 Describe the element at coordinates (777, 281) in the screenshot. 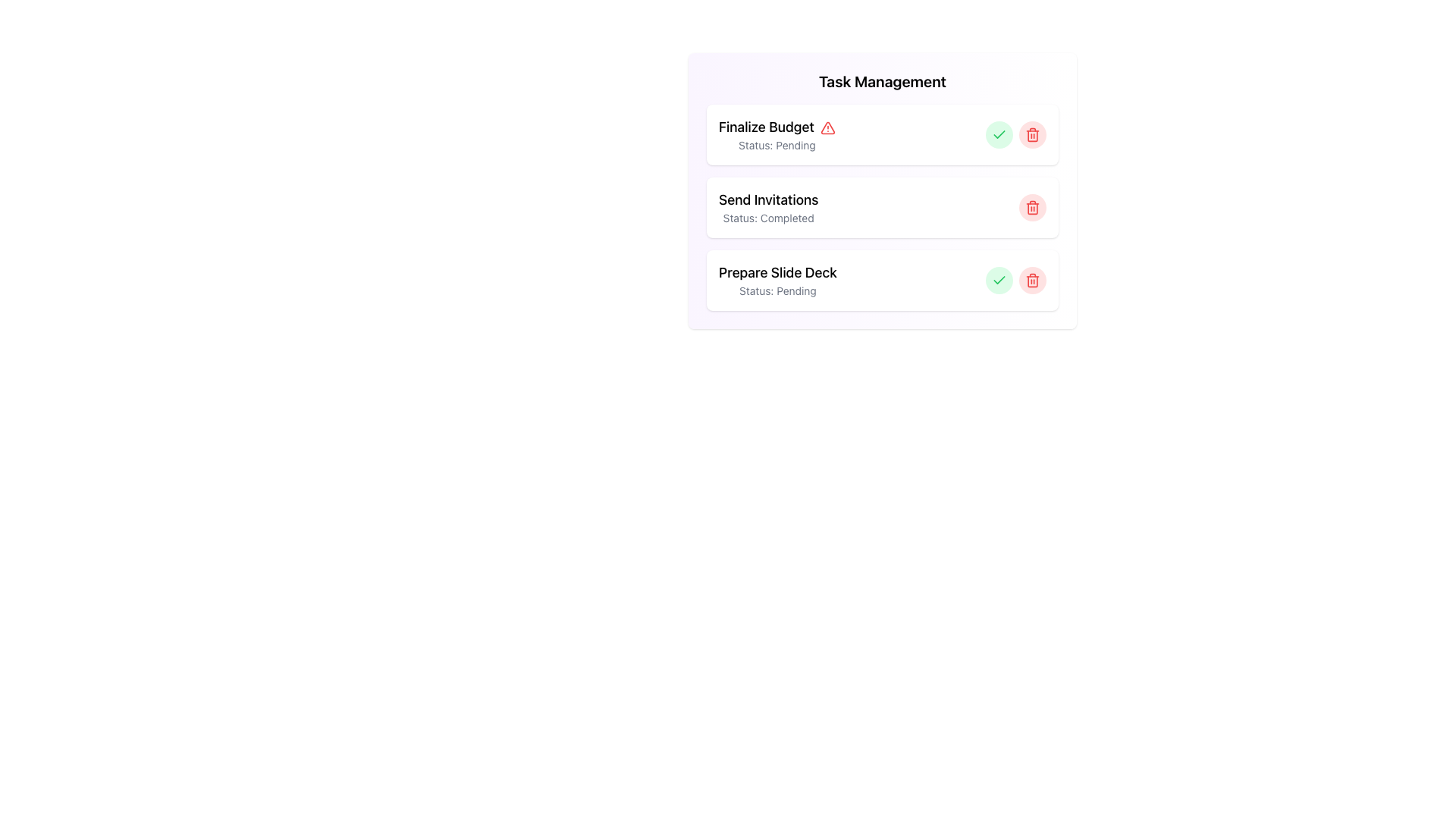

I see `the Text Display Unit that displays 'Prepare Slide Deck' in bold with the status 'pending' underneath it, which is the third item in the task management list` at that location.